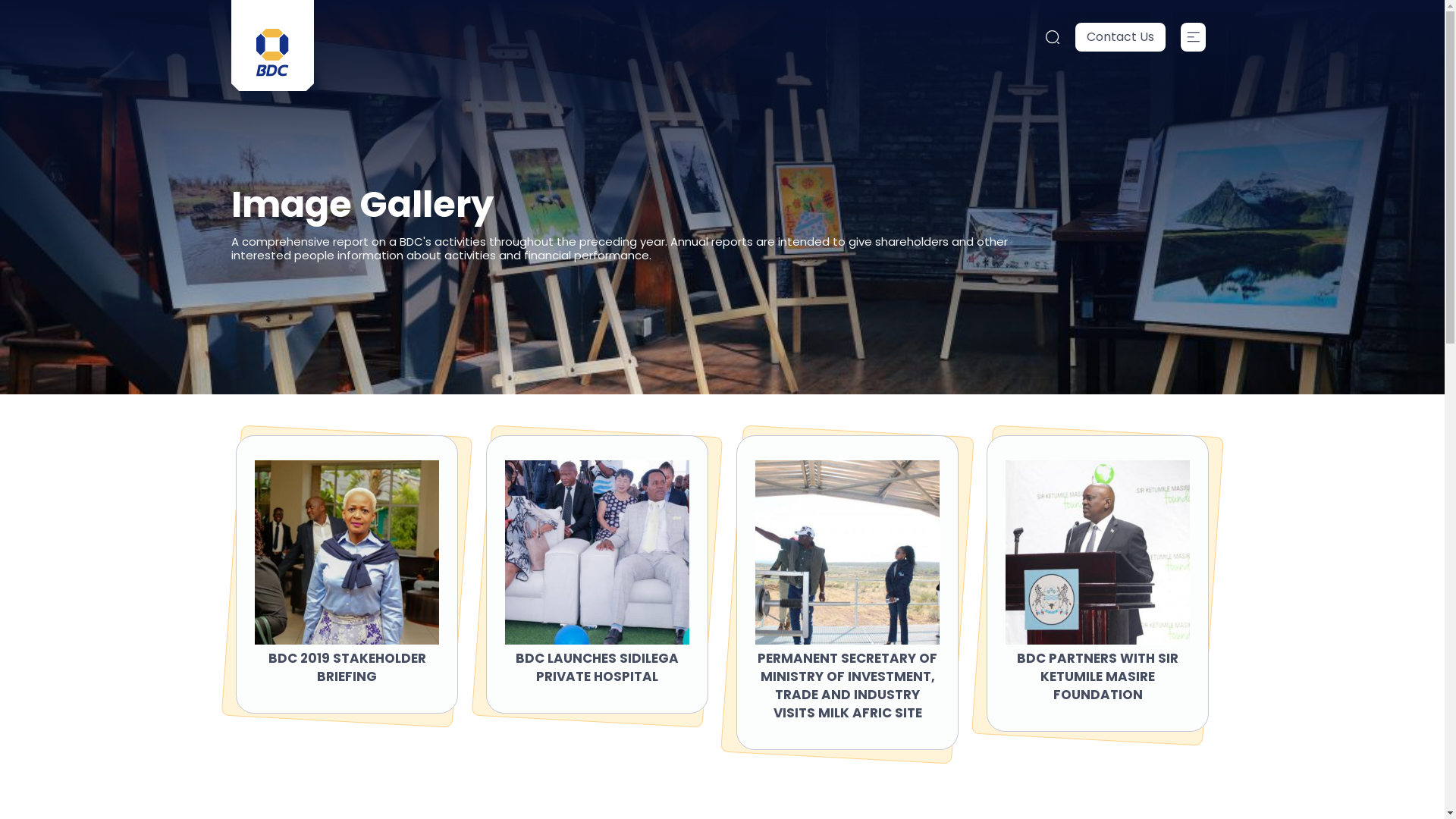 This screenshot has width=1456, height=819. Describe the element at coordinates (1120, 36) in the screenshot. I see `'Contact Us'` at that location.